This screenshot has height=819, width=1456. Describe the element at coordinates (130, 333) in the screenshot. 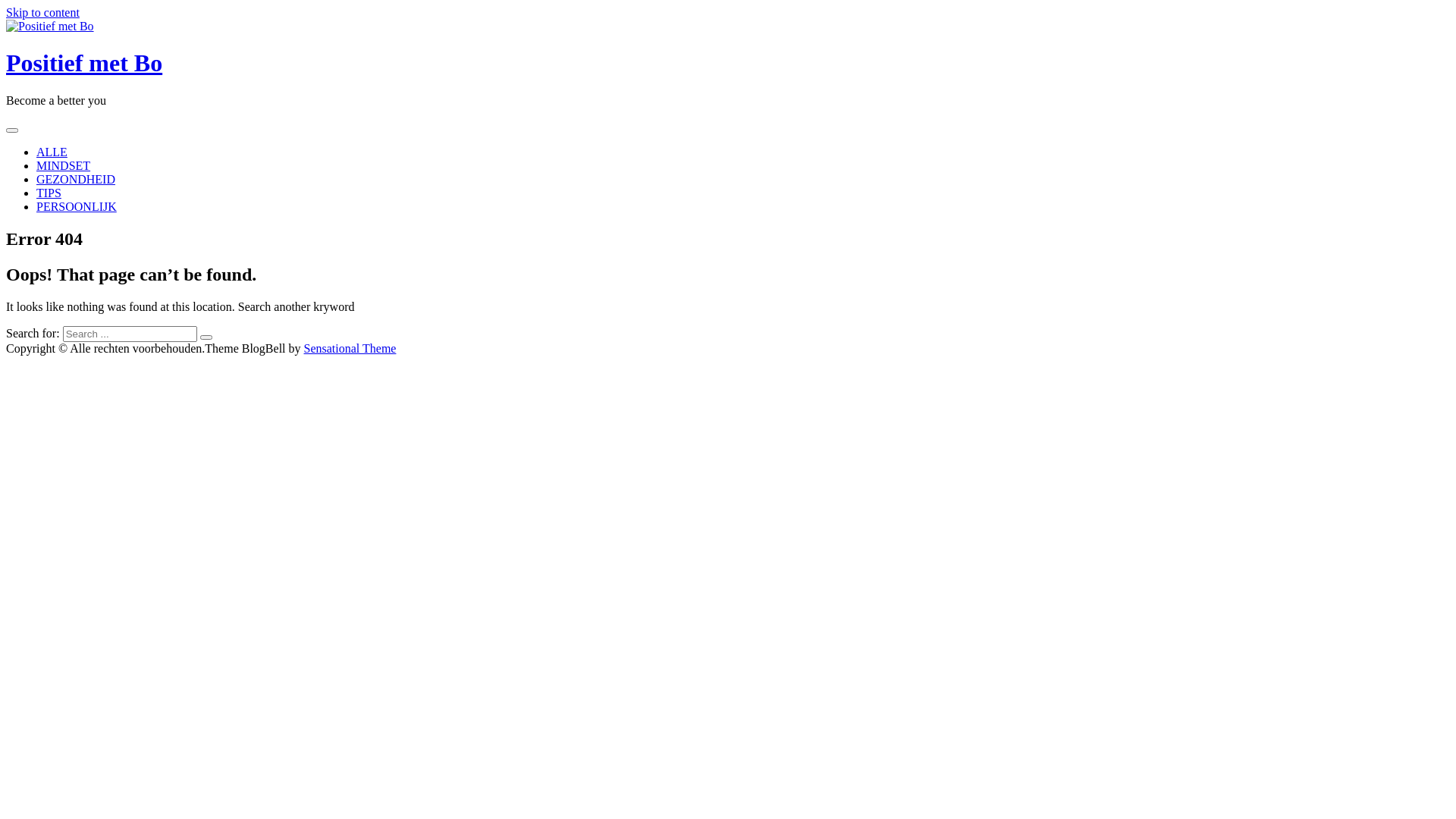

I see `'Search for:'` at that location.